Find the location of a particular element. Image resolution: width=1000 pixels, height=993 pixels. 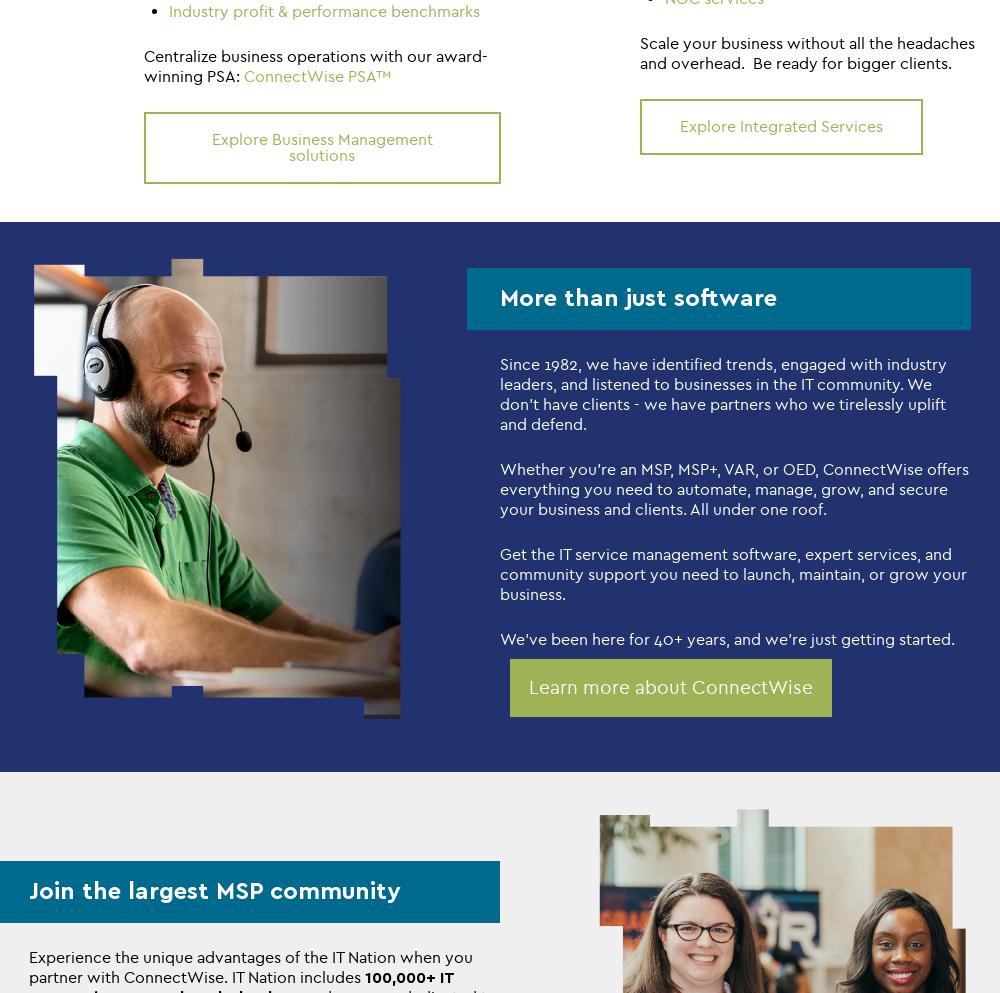

'100,000+' is located at coordinates (364, 977).